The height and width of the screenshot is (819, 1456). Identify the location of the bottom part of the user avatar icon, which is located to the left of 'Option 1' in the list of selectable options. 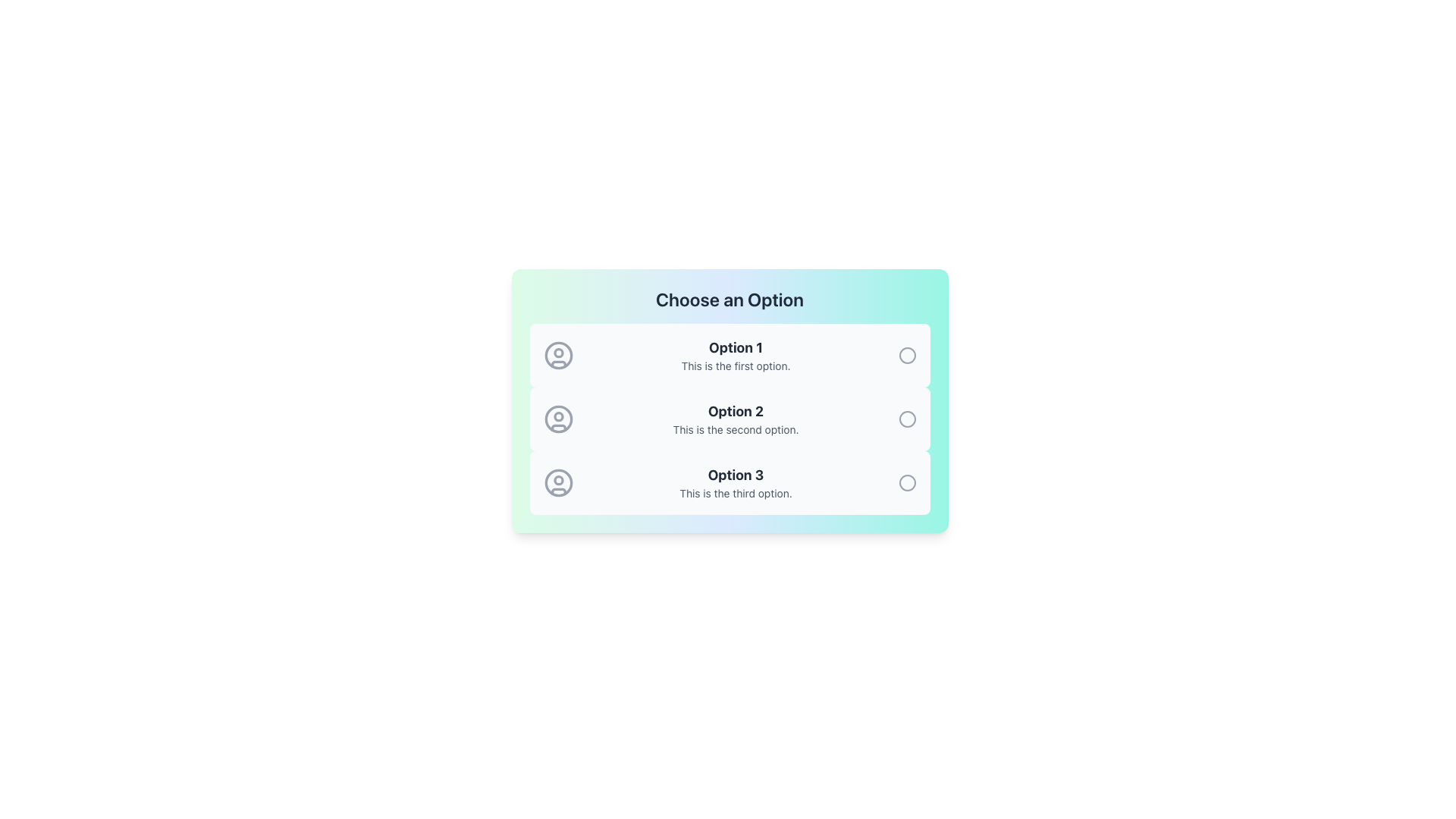
(557, 364).